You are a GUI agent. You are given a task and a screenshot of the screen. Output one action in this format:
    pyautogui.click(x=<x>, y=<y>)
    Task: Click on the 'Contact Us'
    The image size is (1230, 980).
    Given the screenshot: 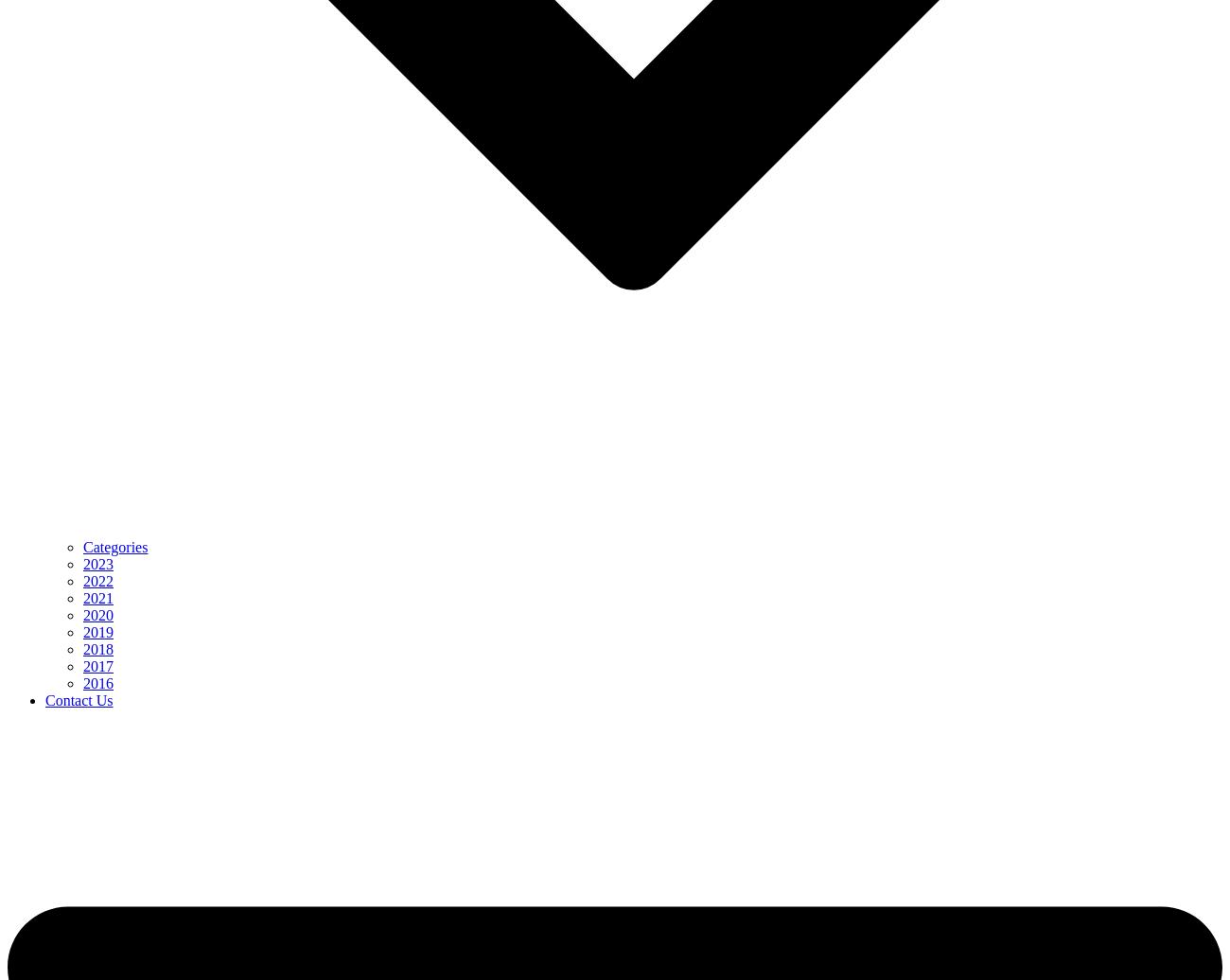 What is the action you would take?
    pyautogui.click(x=44, y=700)
    